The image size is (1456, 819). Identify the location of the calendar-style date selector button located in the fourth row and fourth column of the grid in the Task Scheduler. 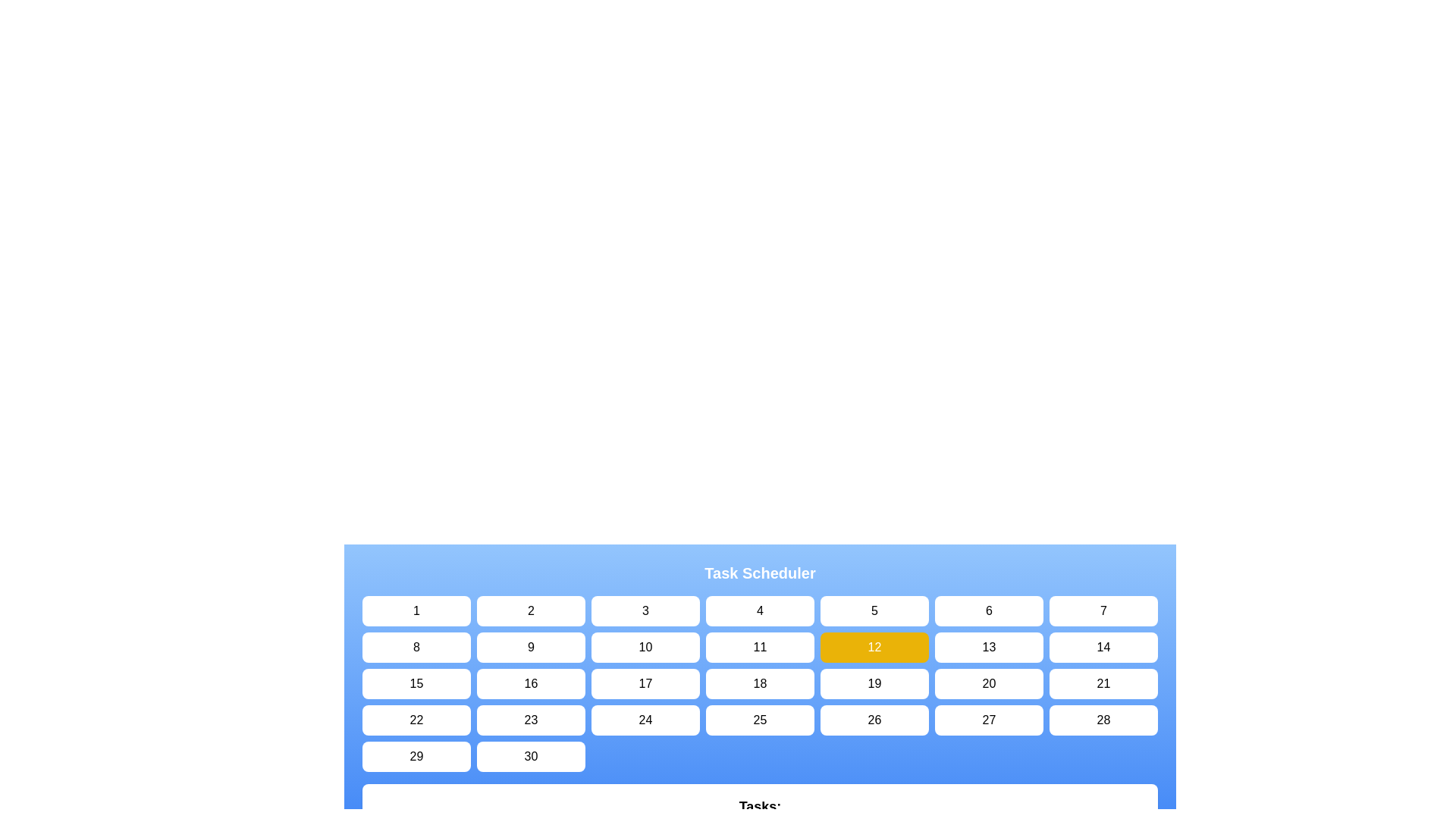
(645, 719).